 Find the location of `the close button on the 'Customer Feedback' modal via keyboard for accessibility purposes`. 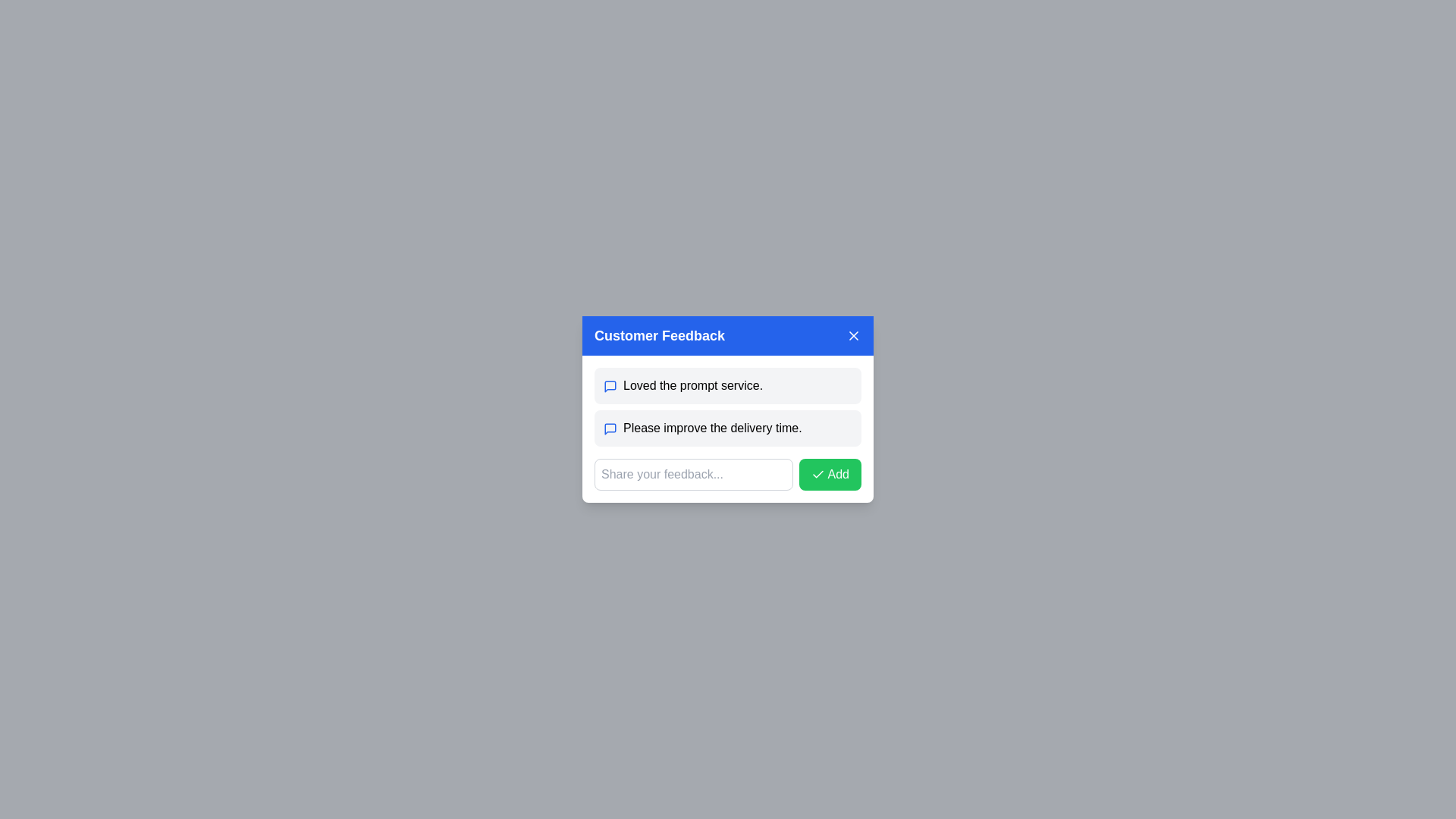

the close button on the 'Customer Feedback' modal via keyboard for accessibility purposes is located at coordinates (854, 335).